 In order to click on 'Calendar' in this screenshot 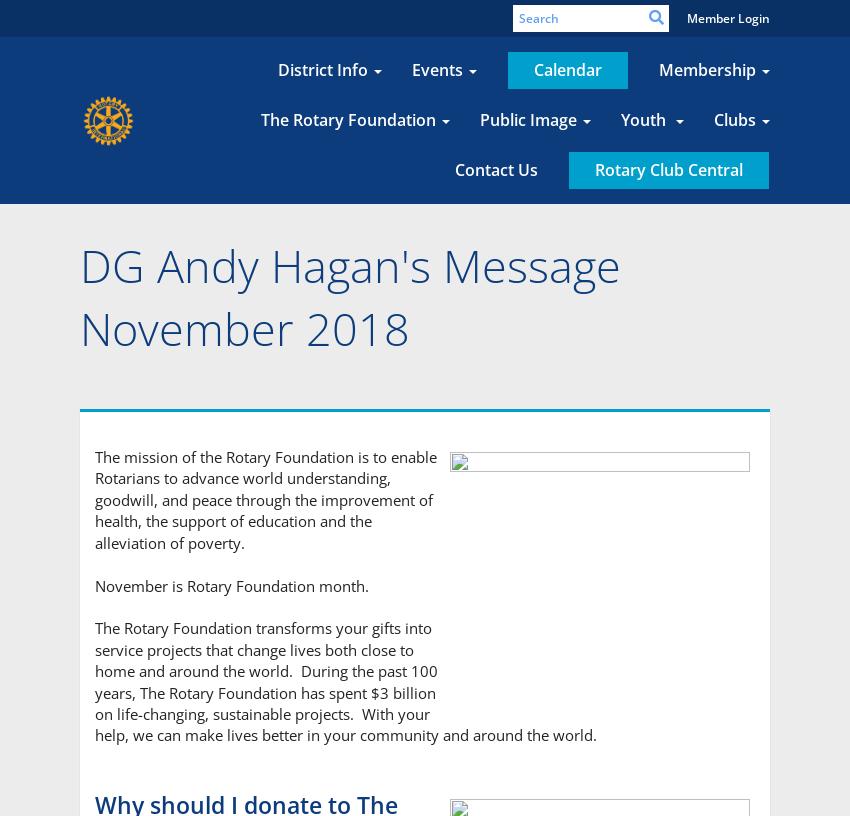, I will do `click(567, 69)`.